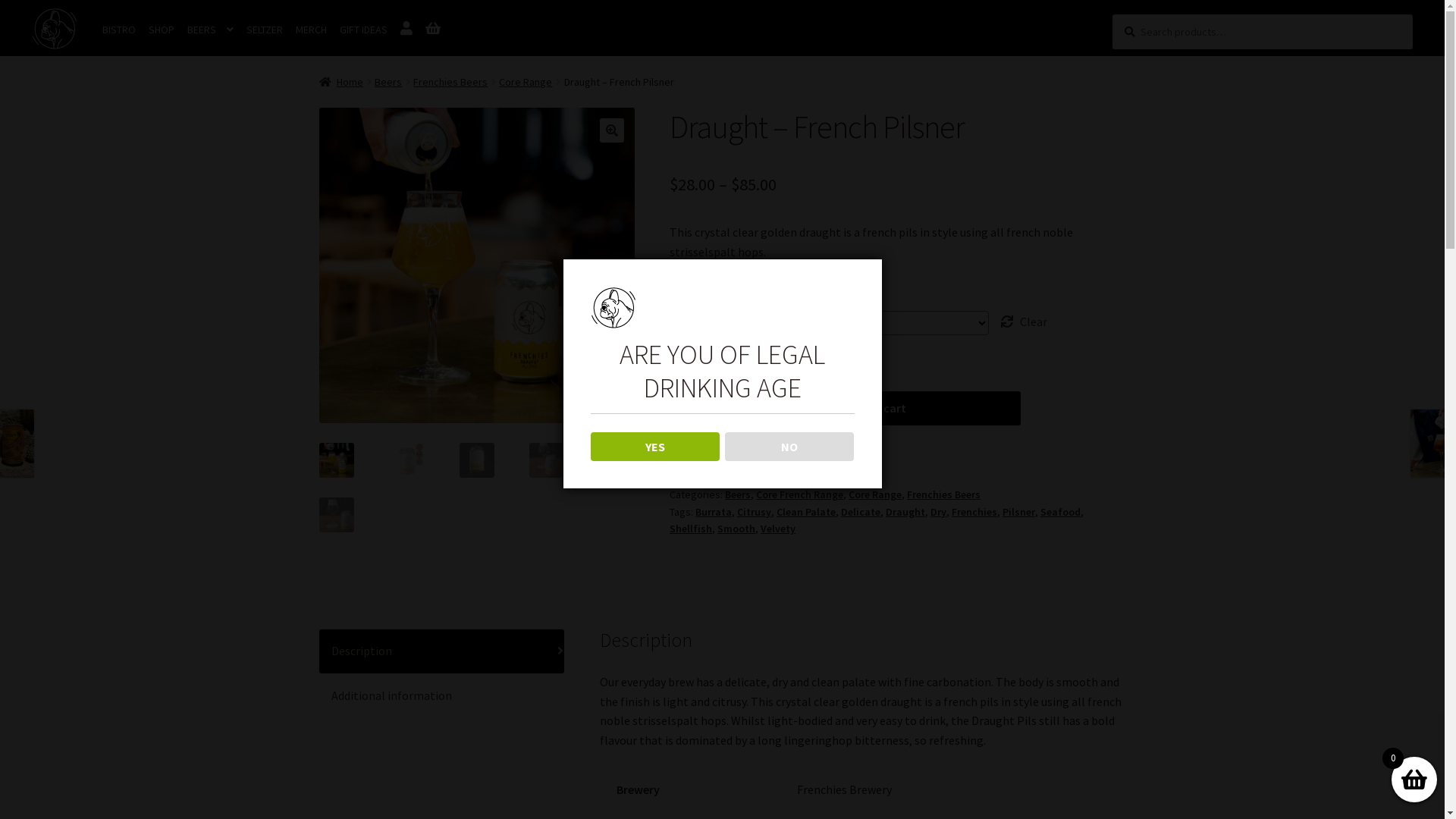 The width and height of the screenshot is (1456, 819). I want to click on 'Beers', so click(388, 82).